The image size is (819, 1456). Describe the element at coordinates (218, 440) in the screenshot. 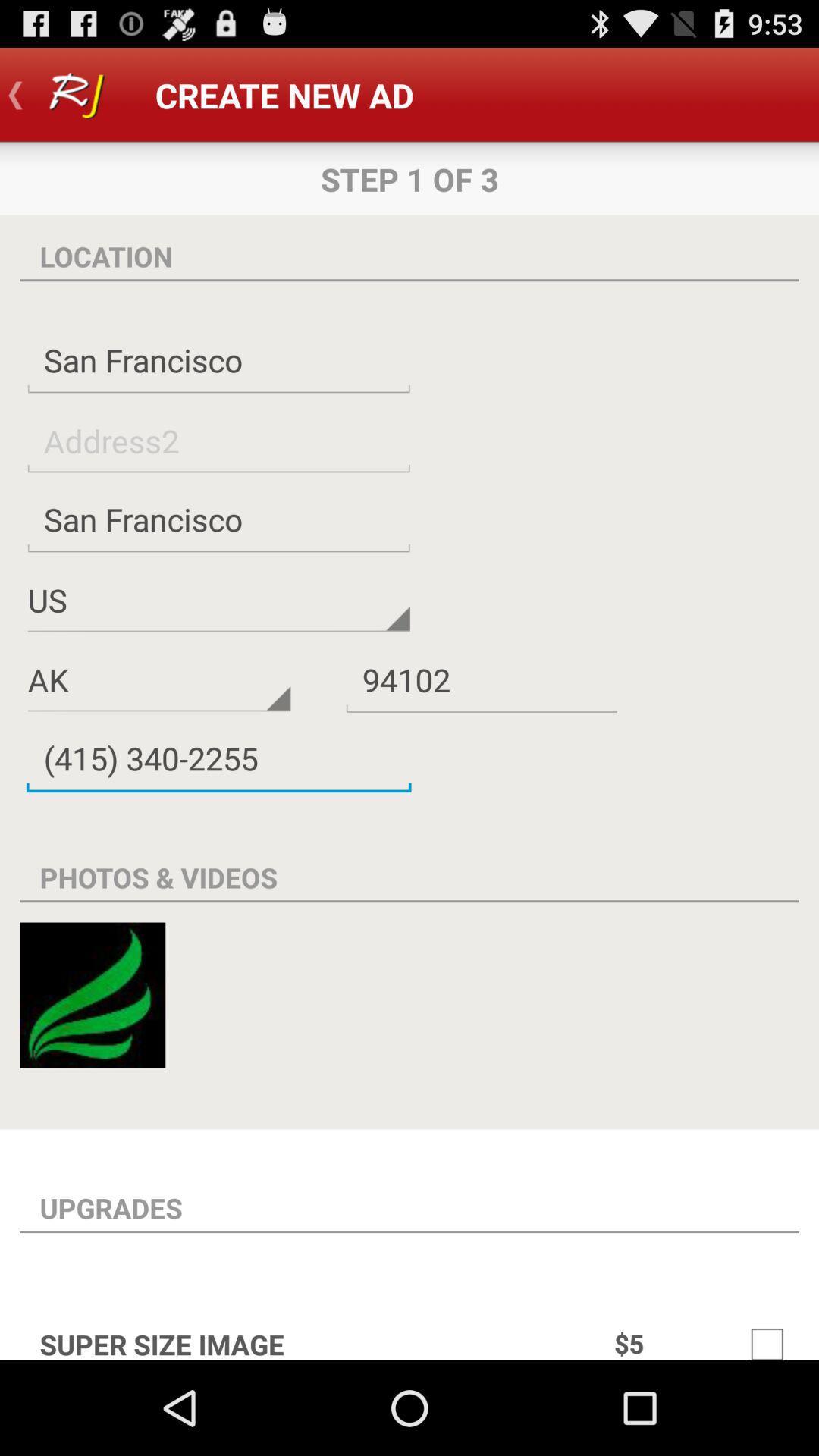

I see `address` at that location.